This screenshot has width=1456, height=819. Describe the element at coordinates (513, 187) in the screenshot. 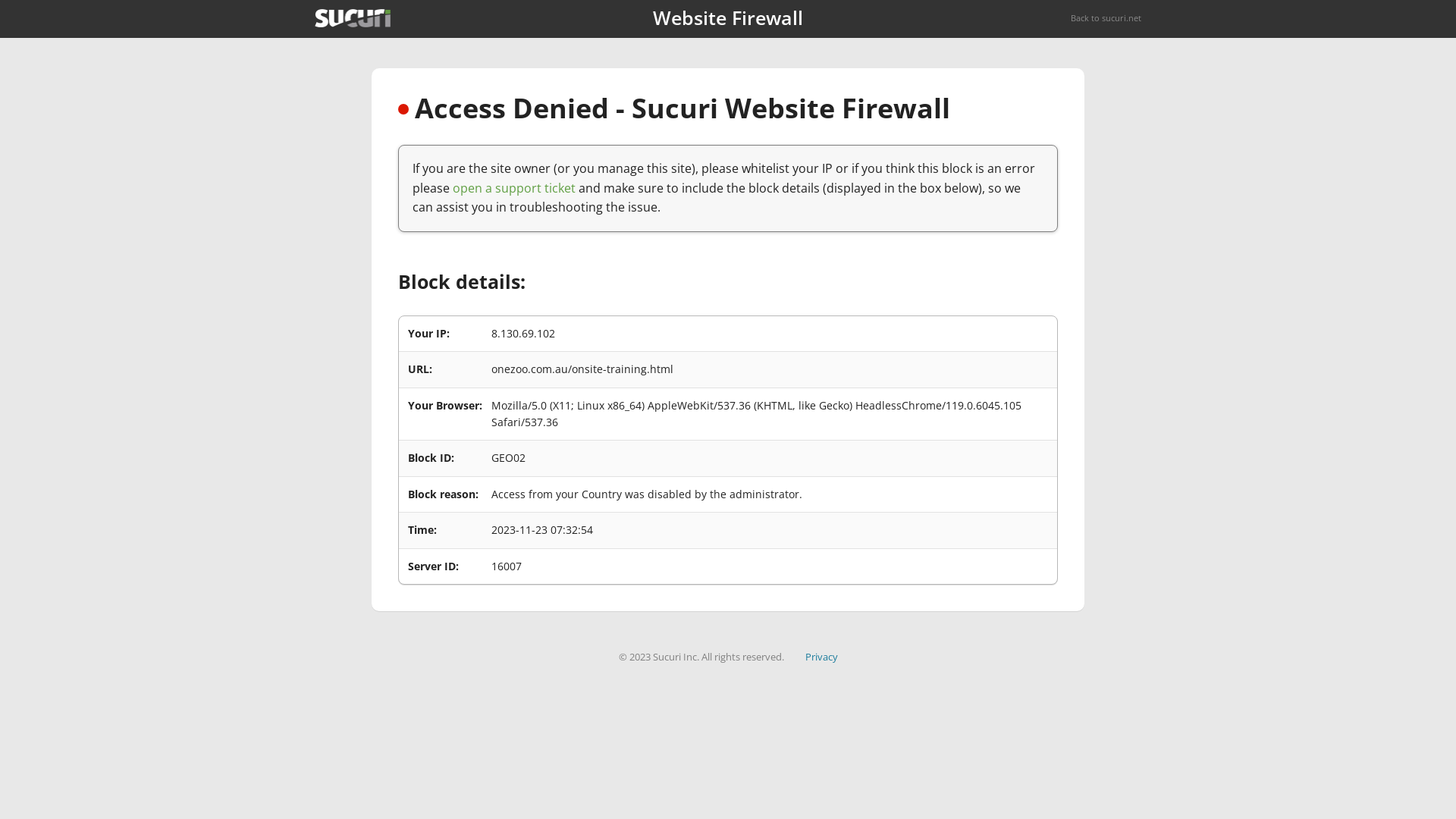

I see `'open a support ticket'` at that location.